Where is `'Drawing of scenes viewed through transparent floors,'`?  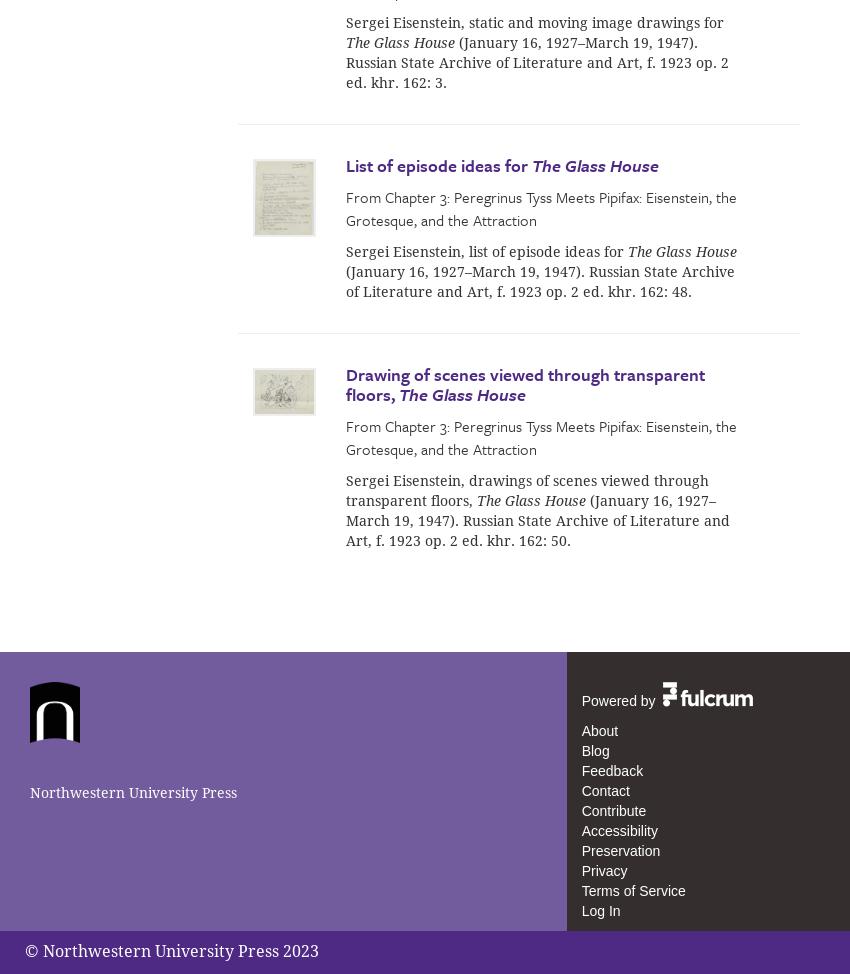 'Drawing of scenes viewed through transparent floors,' is located at coordinates (524, 383).